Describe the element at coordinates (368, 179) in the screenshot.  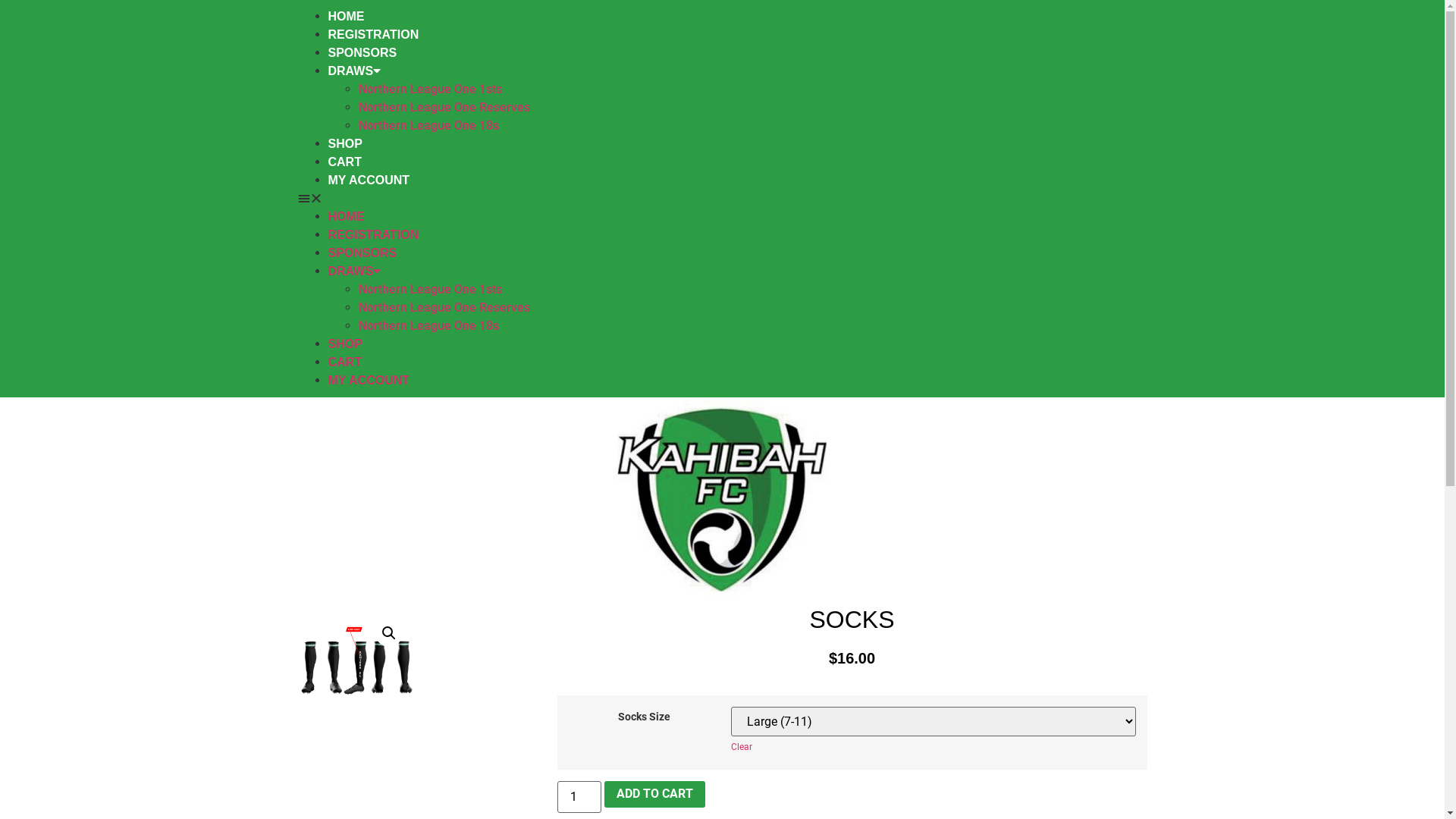
I see `'MY ACCOUNT'` at that location.